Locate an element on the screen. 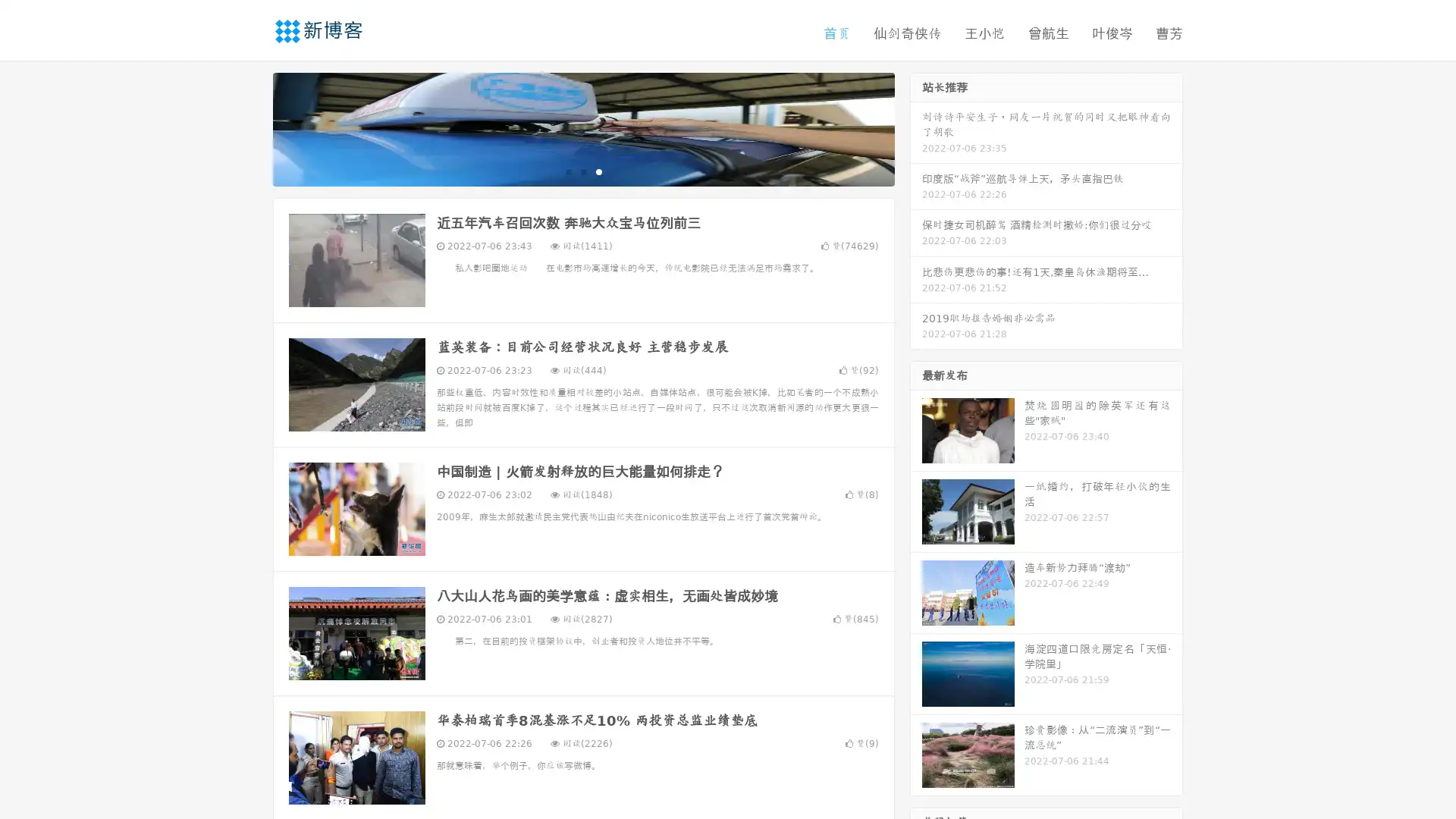 The height and width of the screenshot is (819, 1456). Go to slide 3 is located at coordinates (598, 171).